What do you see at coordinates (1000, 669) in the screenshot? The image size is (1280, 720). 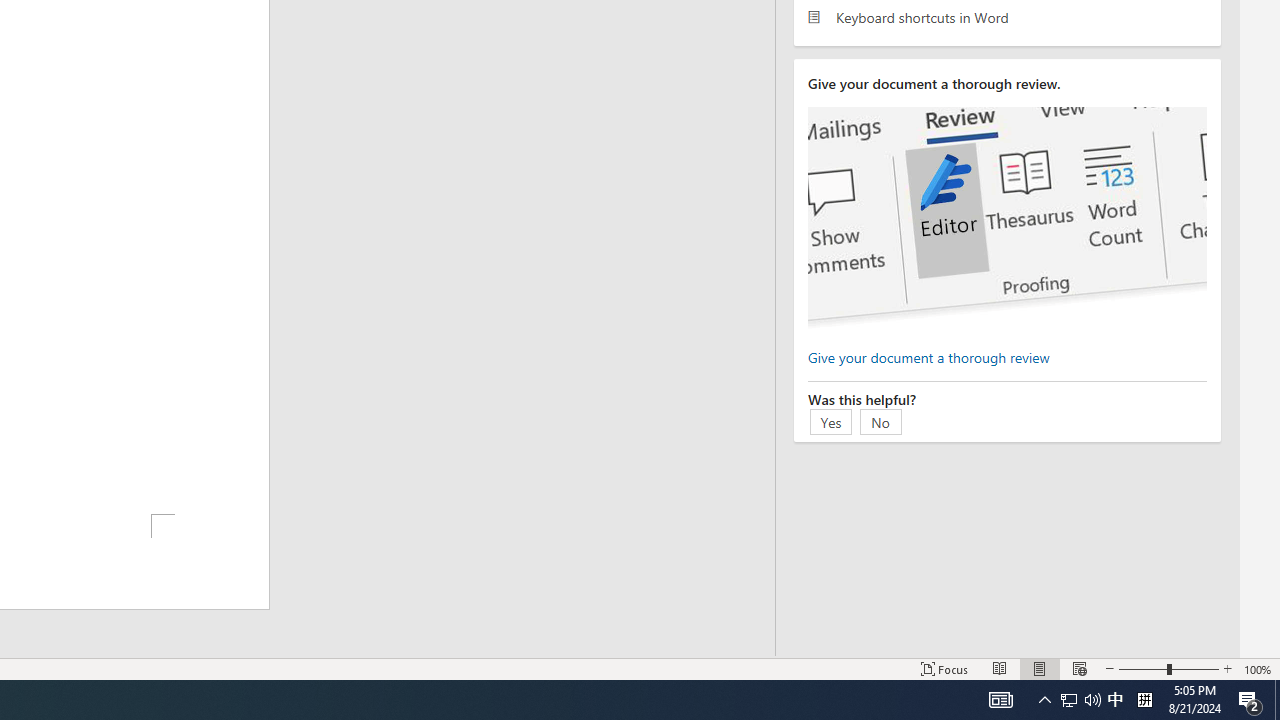 I see `'Read Mode'` at bounding box center [1000, 669].